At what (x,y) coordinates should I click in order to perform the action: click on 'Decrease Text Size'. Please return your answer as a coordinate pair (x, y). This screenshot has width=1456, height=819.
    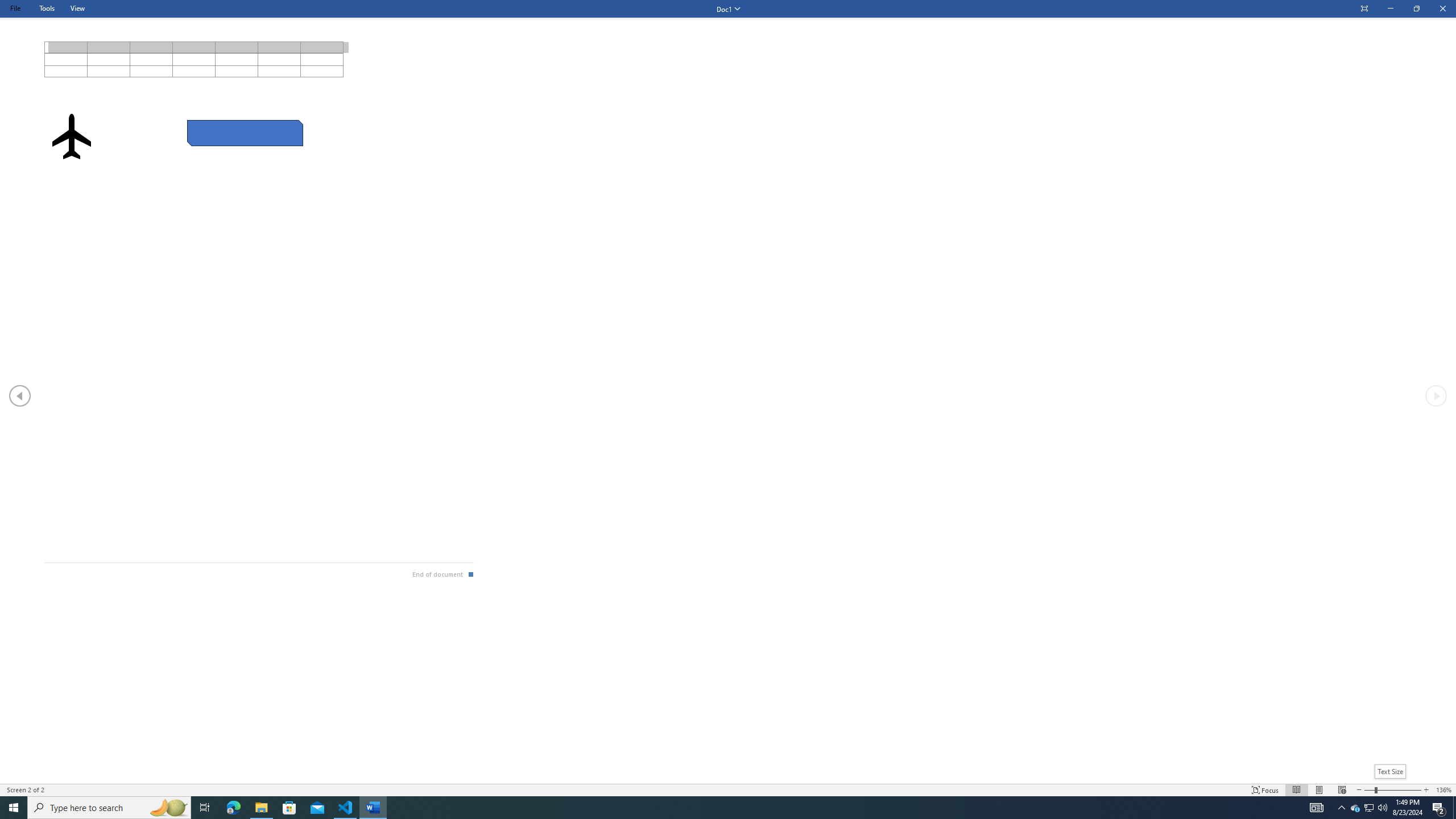
    Looking at the image, I should click on (1358, 790).